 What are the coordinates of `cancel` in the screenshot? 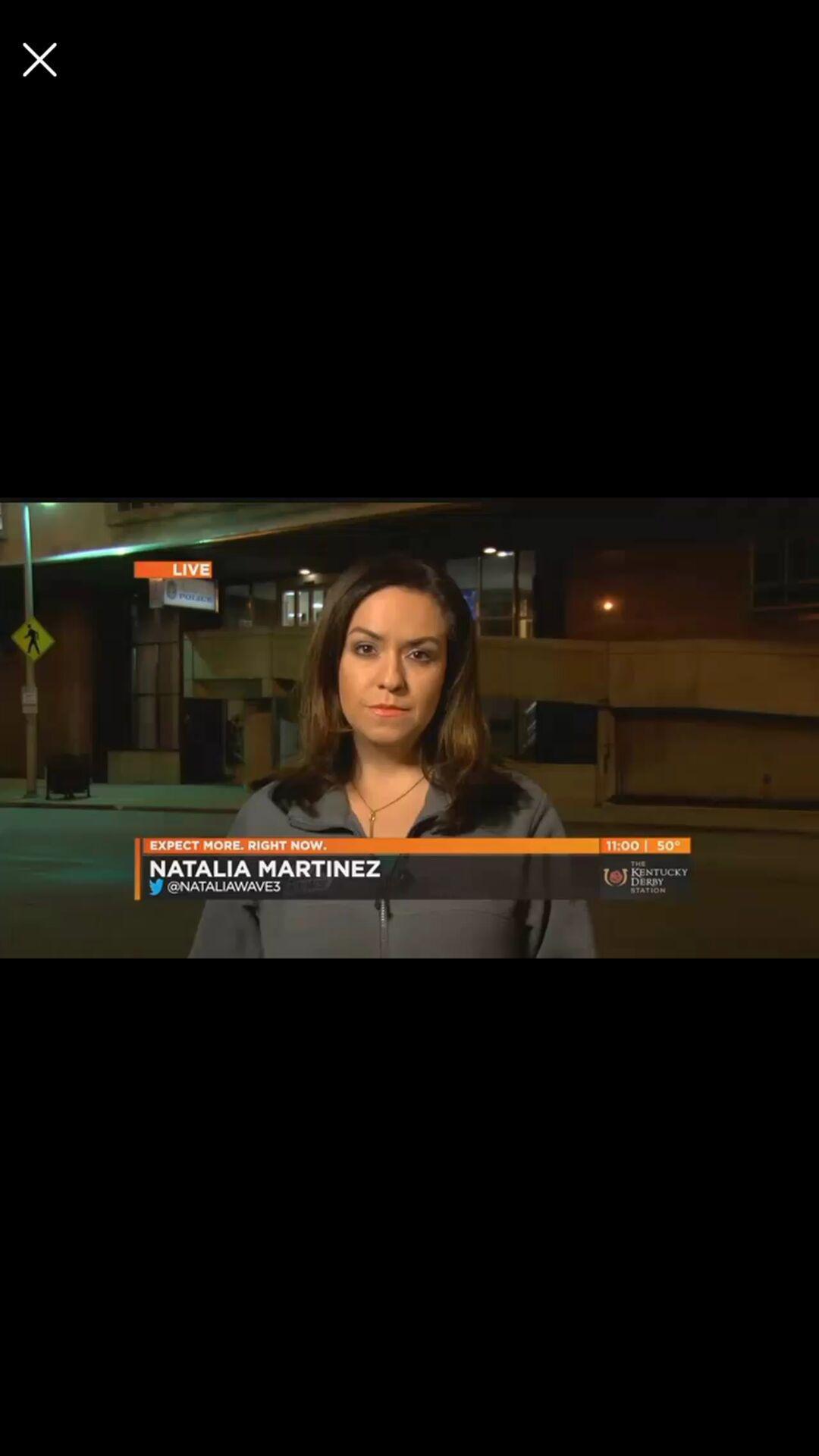 It's located at (39, 59).